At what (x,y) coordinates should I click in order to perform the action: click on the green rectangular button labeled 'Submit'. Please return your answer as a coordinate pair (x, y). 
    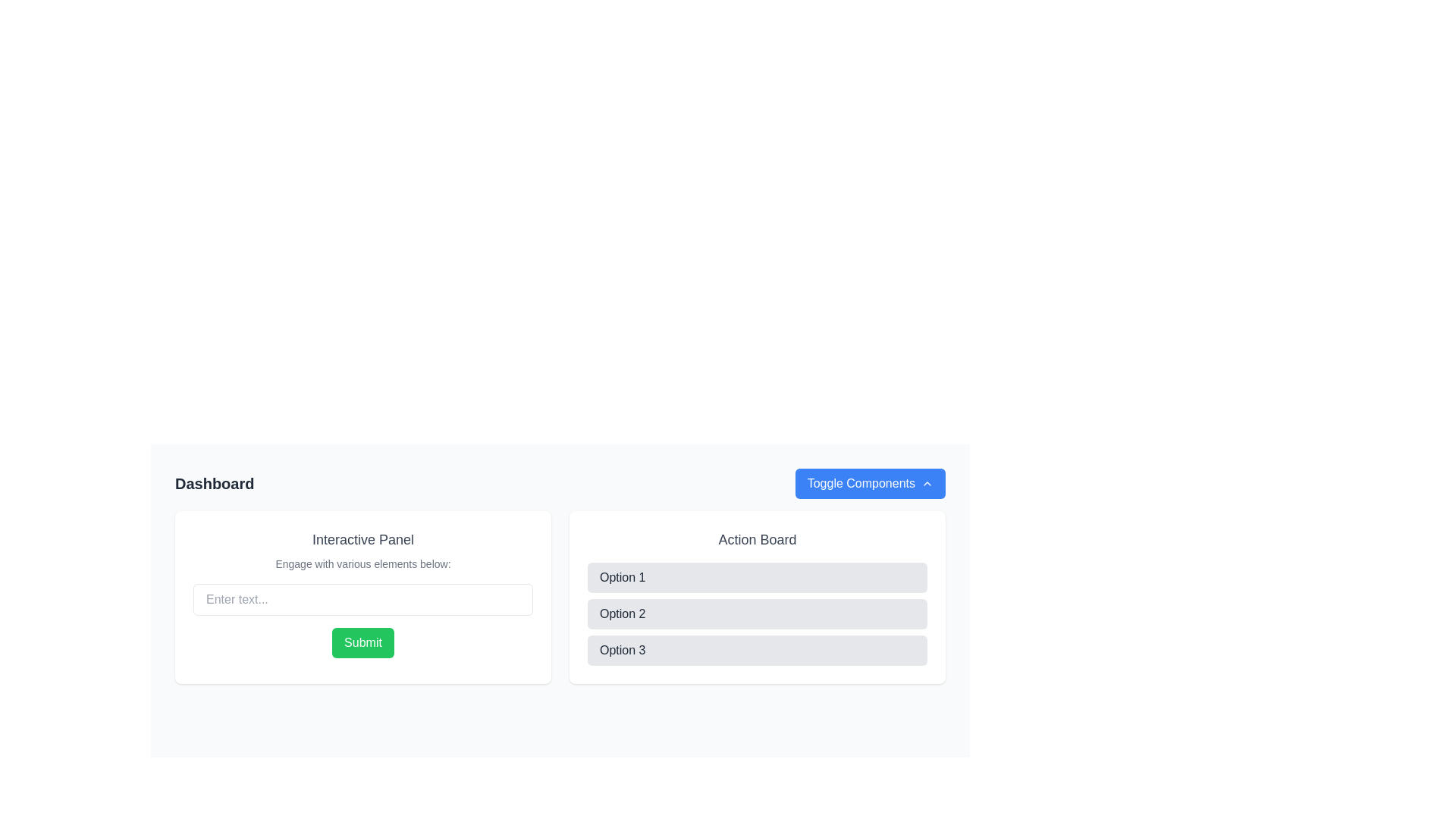
    Looking at the image, I should click on (362, 643).